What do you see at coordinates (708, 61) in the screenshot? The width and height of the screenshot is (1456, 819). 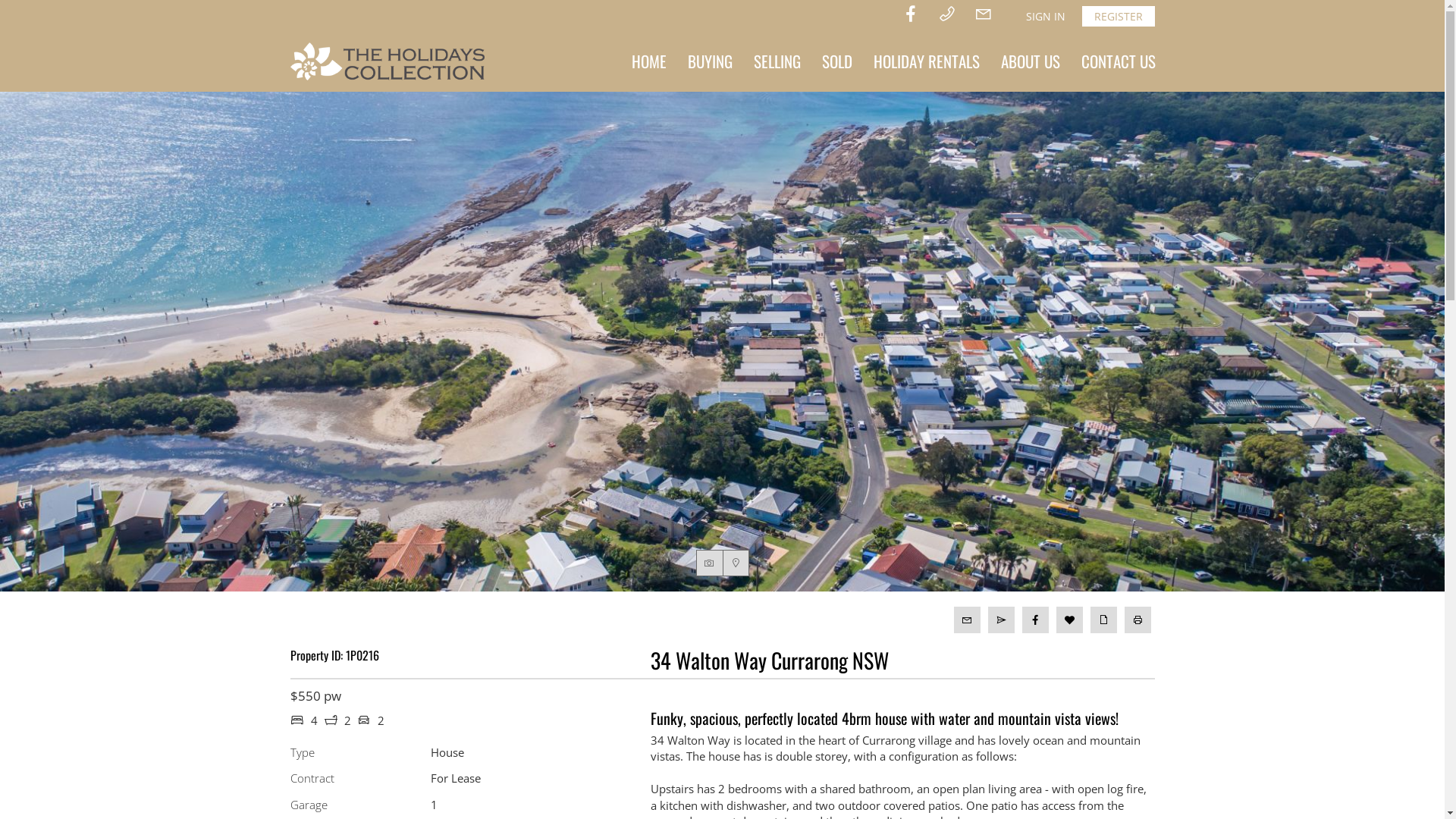 I see `'BUYING'` at bounding box center [708, 61].